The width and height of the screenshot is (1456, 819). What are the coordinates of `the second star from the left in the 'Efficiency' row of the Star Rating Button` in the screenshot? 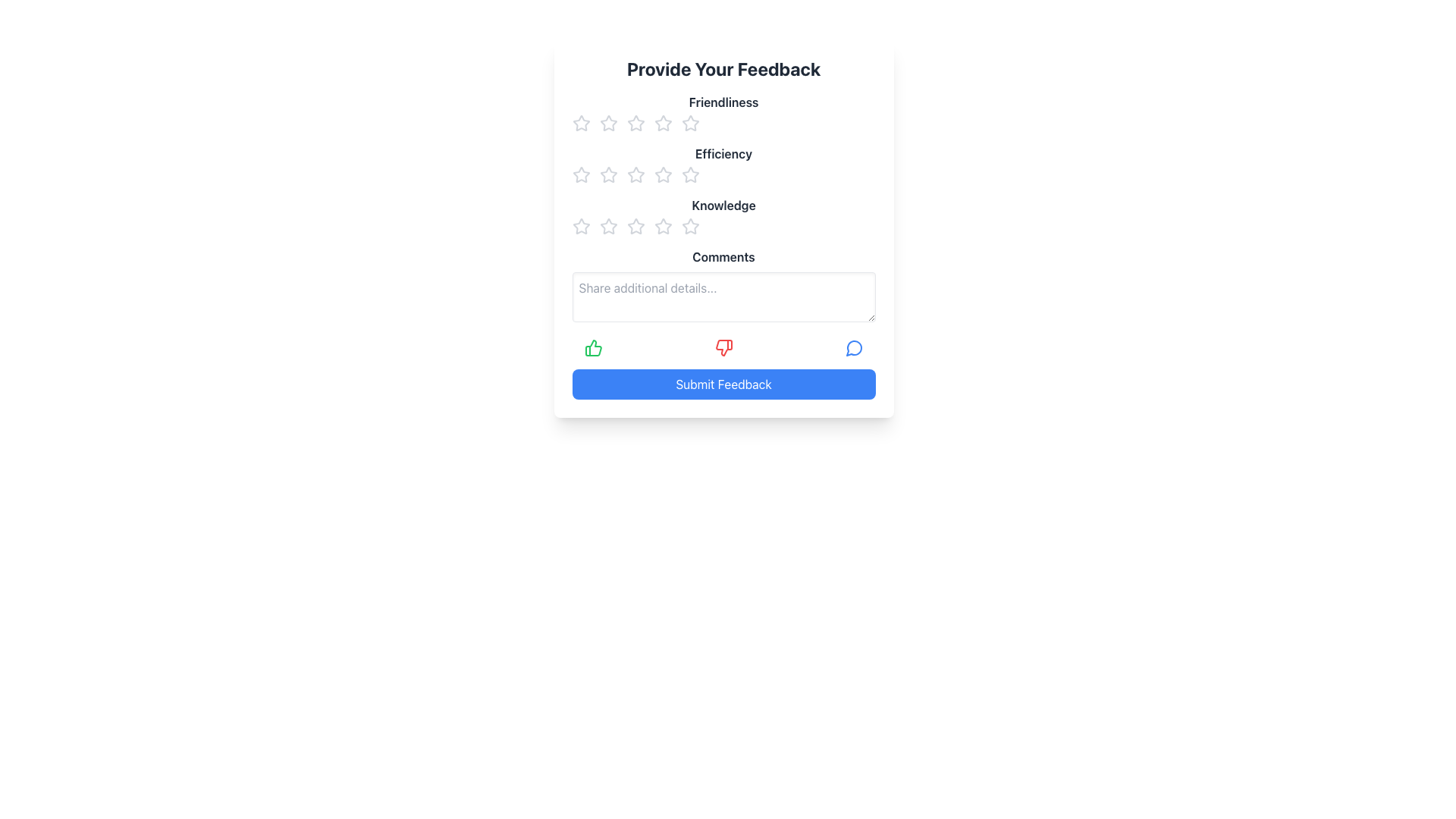 It's located at (635, 174).